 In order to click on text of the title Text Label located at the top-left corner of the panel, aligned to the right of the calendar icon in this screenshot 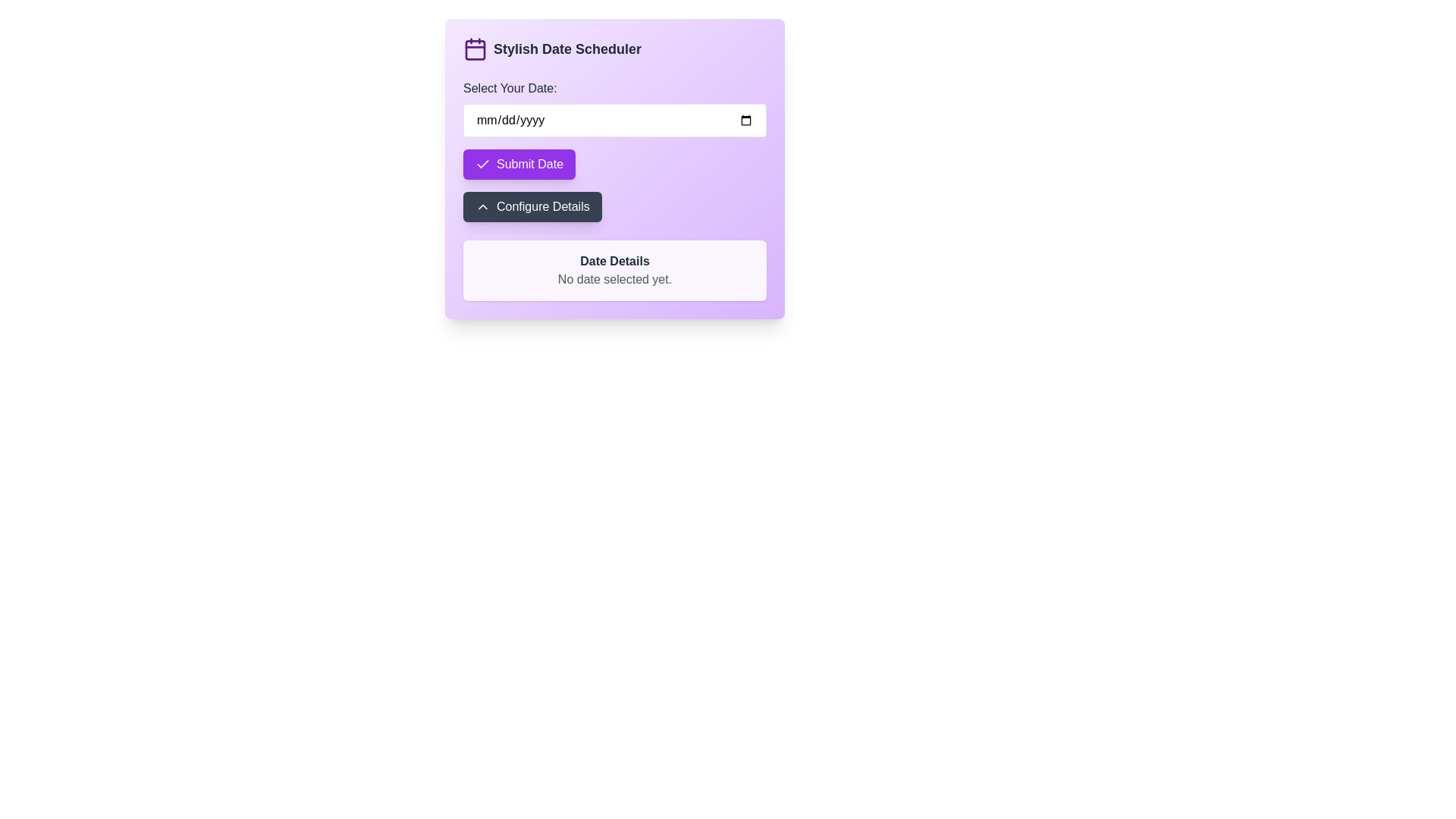, I will do `click(566, 49)`.